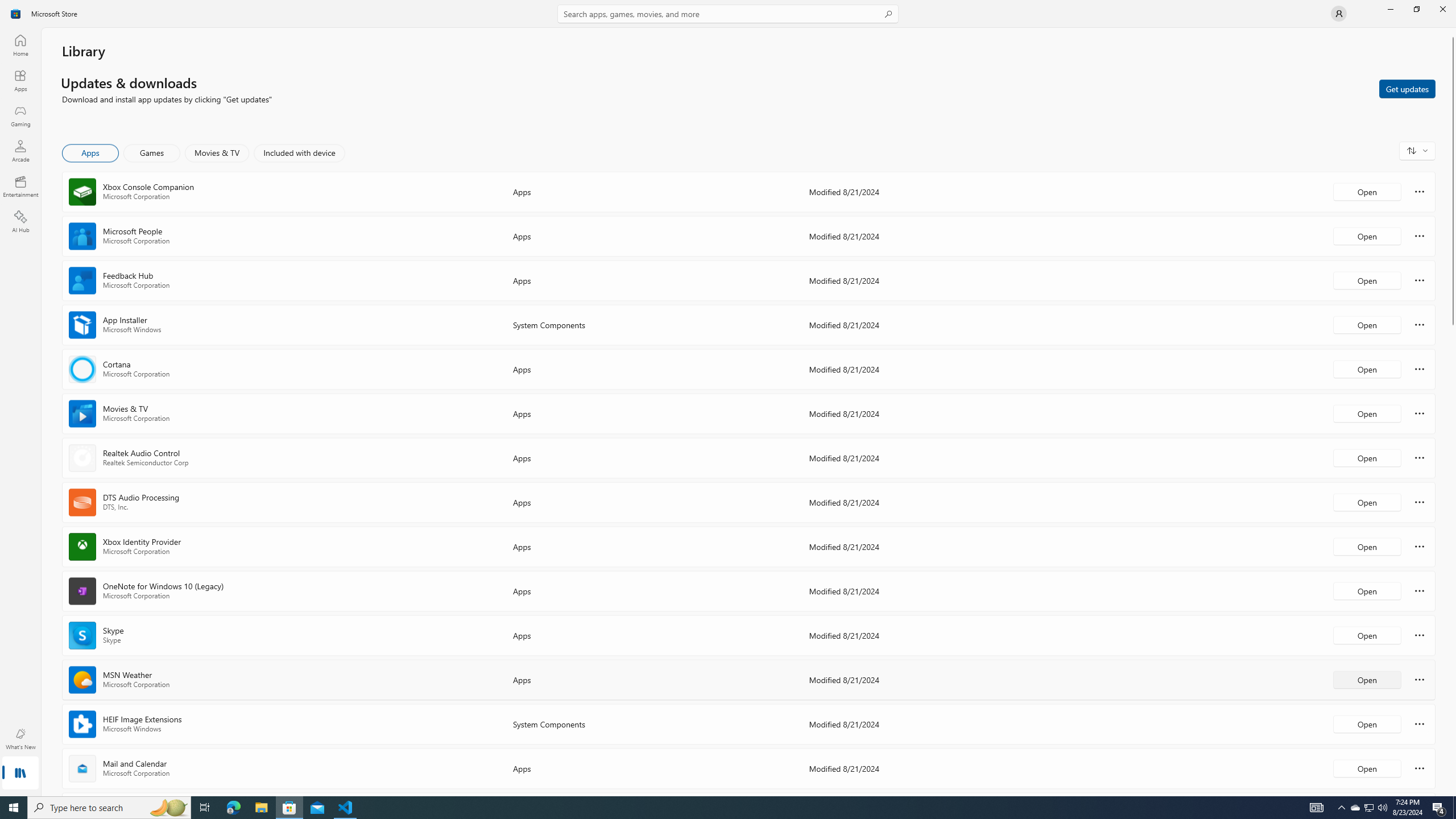 The image size is (1456, 819). What do you see at coordinates (19, 773) in the screenshot?
I see `'Library'` at bounding box center [19, 773].